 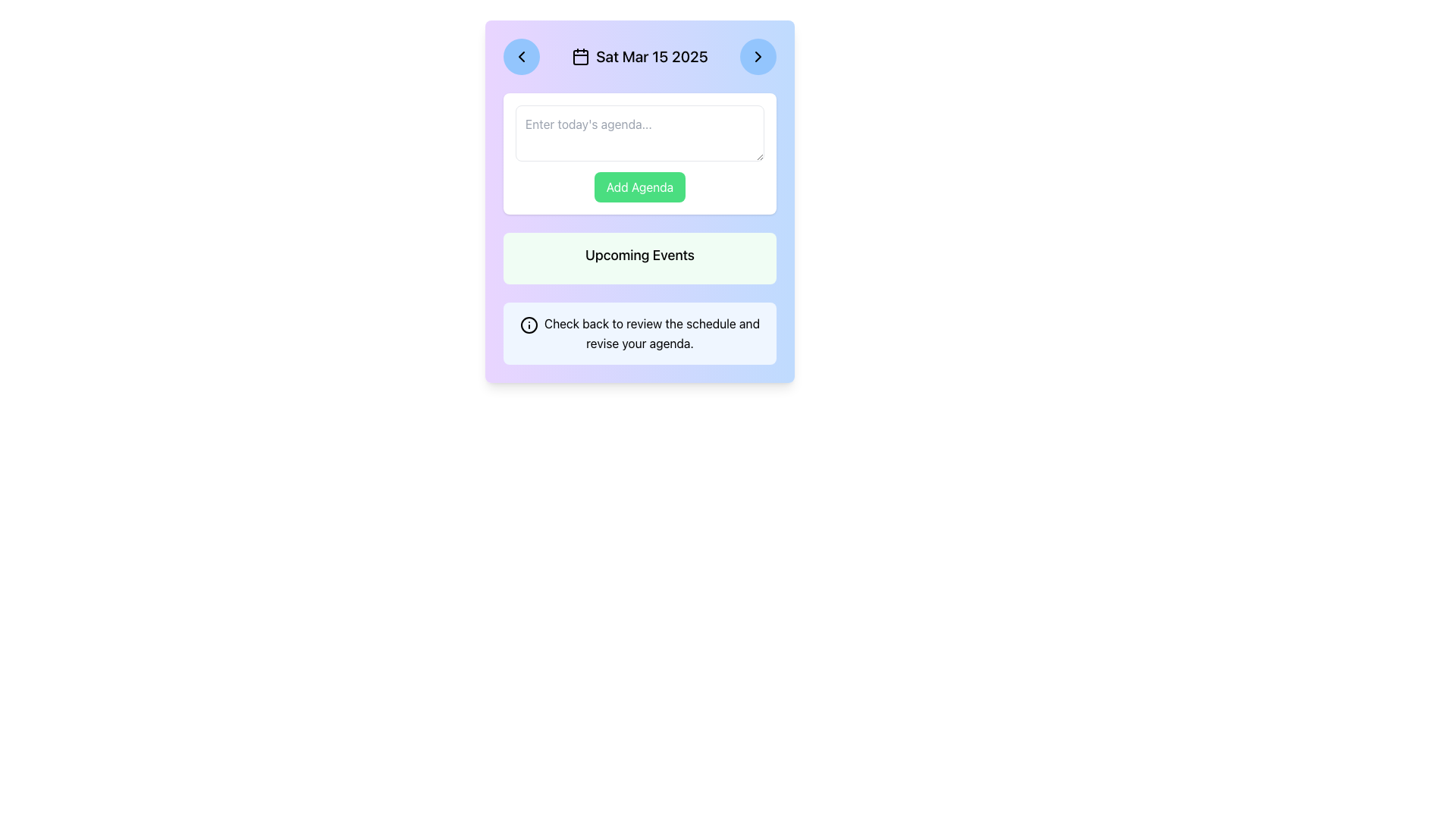 What do you see at coordinates (640, 55) in the screenshot?
I see `the static text display indicating the selected date for the agenda, which shows 'Sat Mar 15 2025' and is located in the header section of the main card layout` at bounding box center [640, 55].